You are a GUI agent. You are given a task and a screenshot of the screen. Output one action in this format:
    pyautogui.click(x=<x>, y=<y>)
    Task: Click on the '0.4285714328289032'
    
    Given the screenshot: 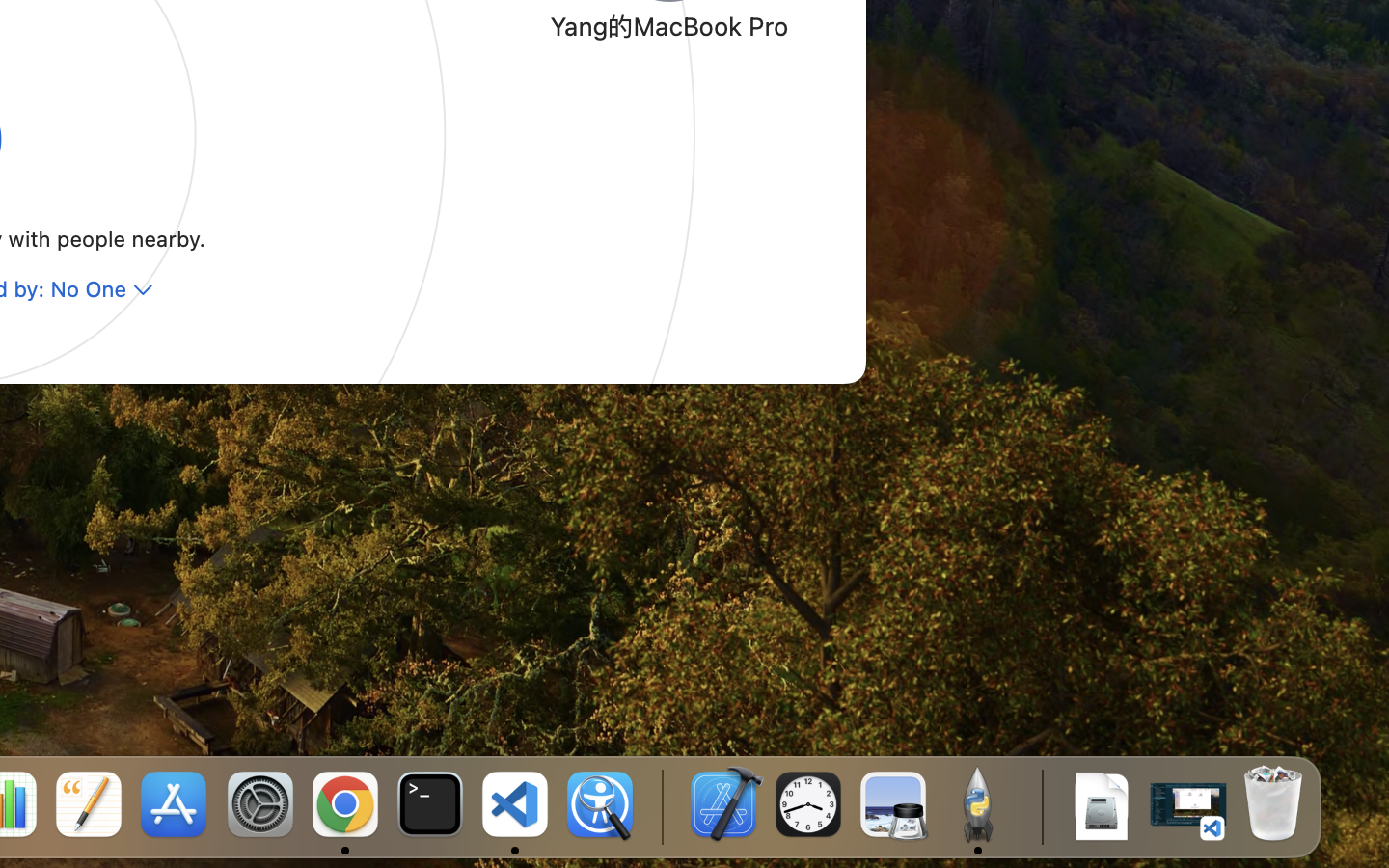 What is the action you would take?
    pyautogui.click(x=661, y=805)
    